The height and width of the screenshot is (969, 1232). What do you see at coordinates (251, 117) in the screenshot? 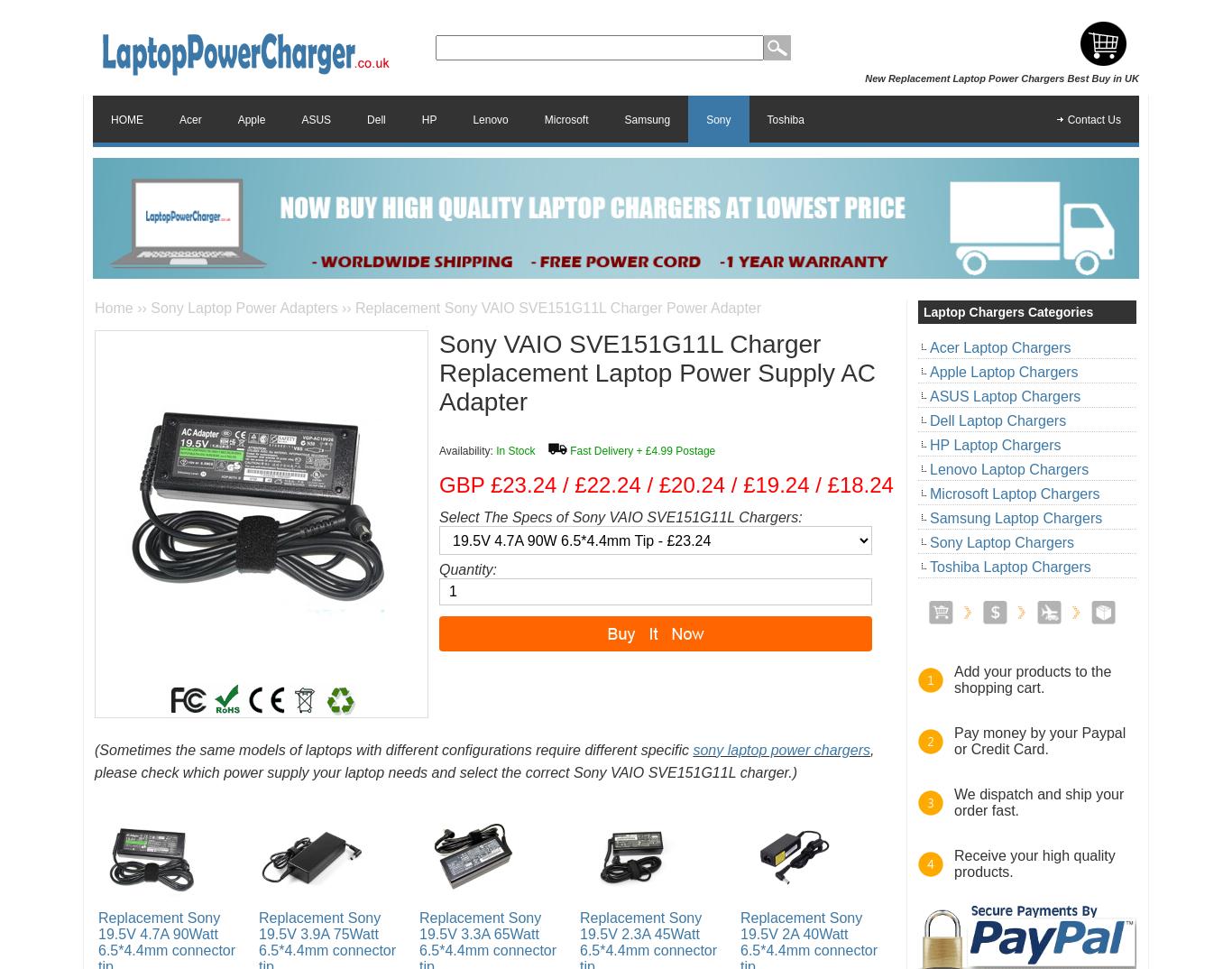
I see `'Apple'` at bounding box center [251, 117].